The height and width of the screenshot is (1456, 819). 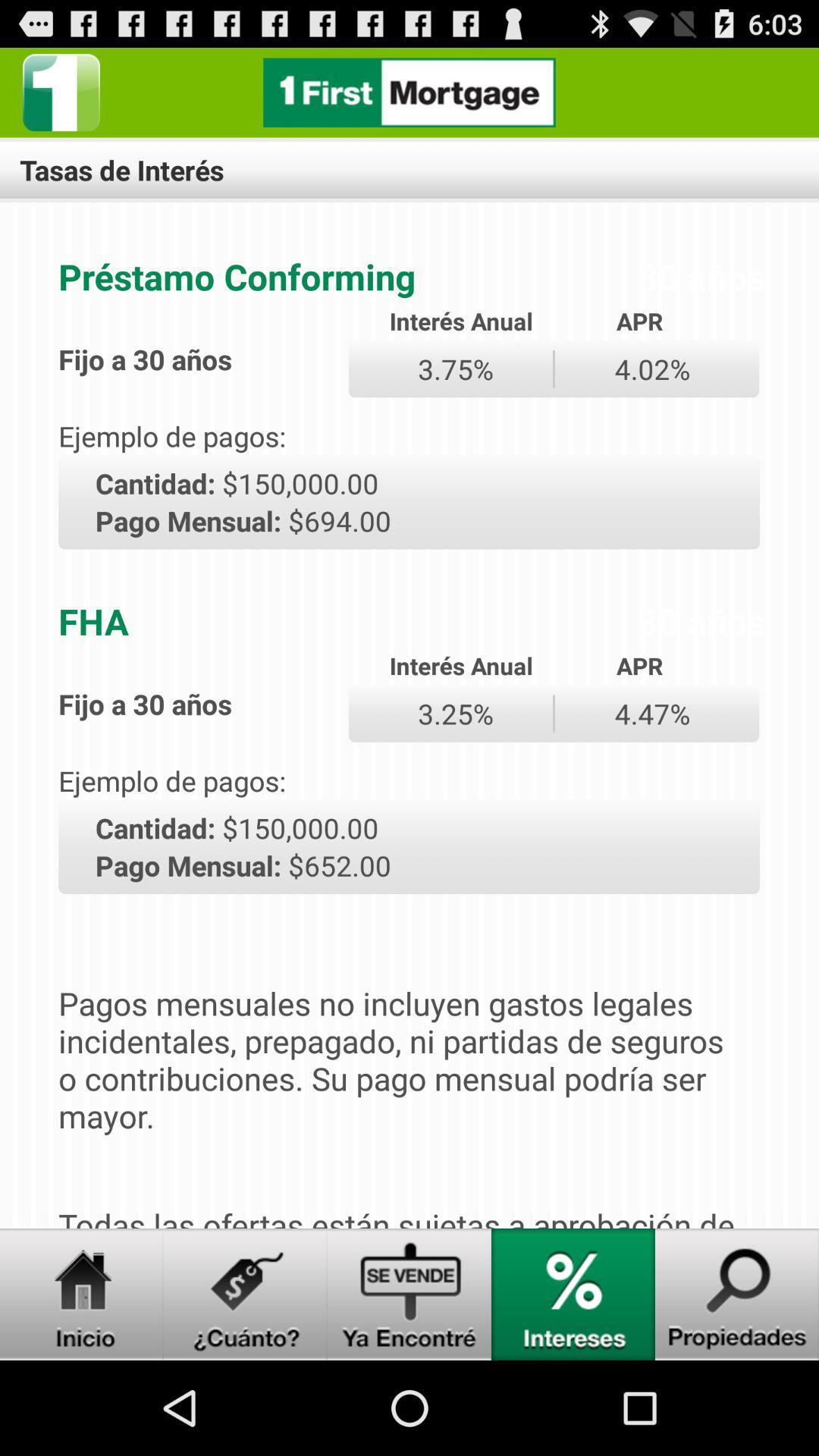 I want to click on show the economic intereses, so click(x=573, y=1294).